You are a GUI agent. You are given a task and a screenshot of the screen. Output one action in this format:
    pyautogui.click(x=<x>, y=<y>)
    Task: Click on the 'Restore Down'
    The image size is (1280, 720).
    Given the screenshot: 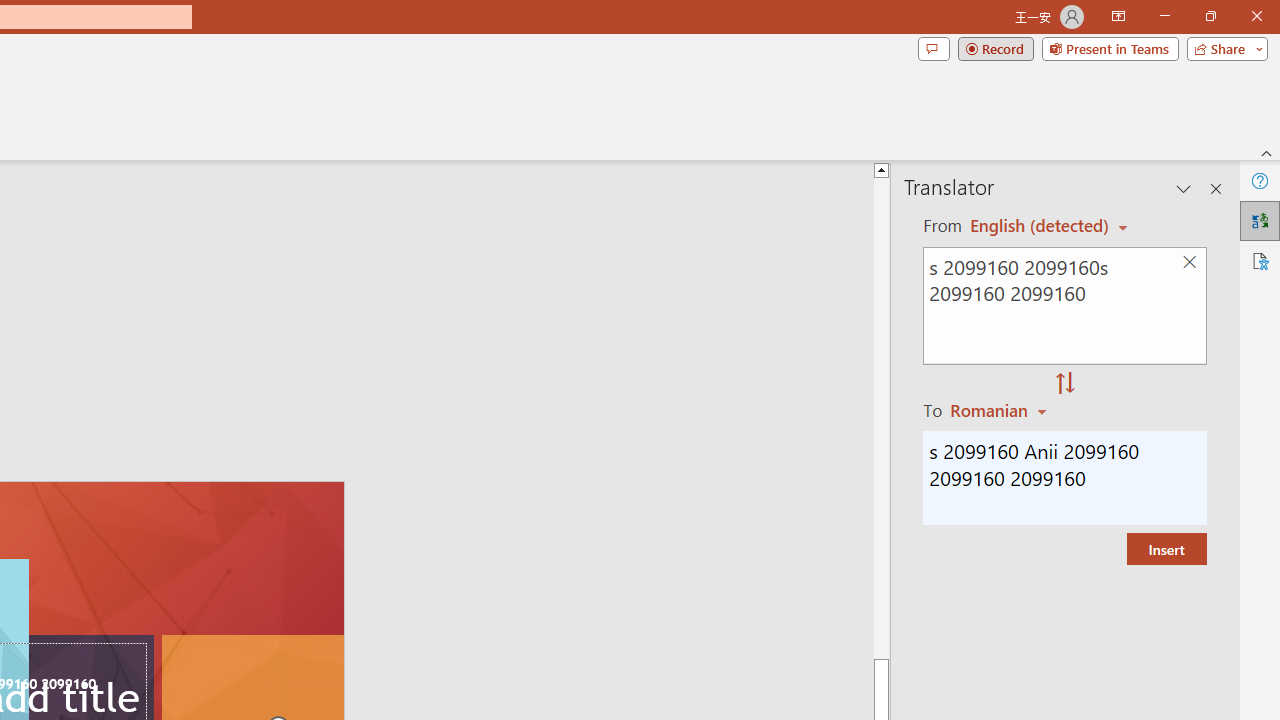 What is the action you would take?
    pyautogui.click(x=1209, y=16)
    